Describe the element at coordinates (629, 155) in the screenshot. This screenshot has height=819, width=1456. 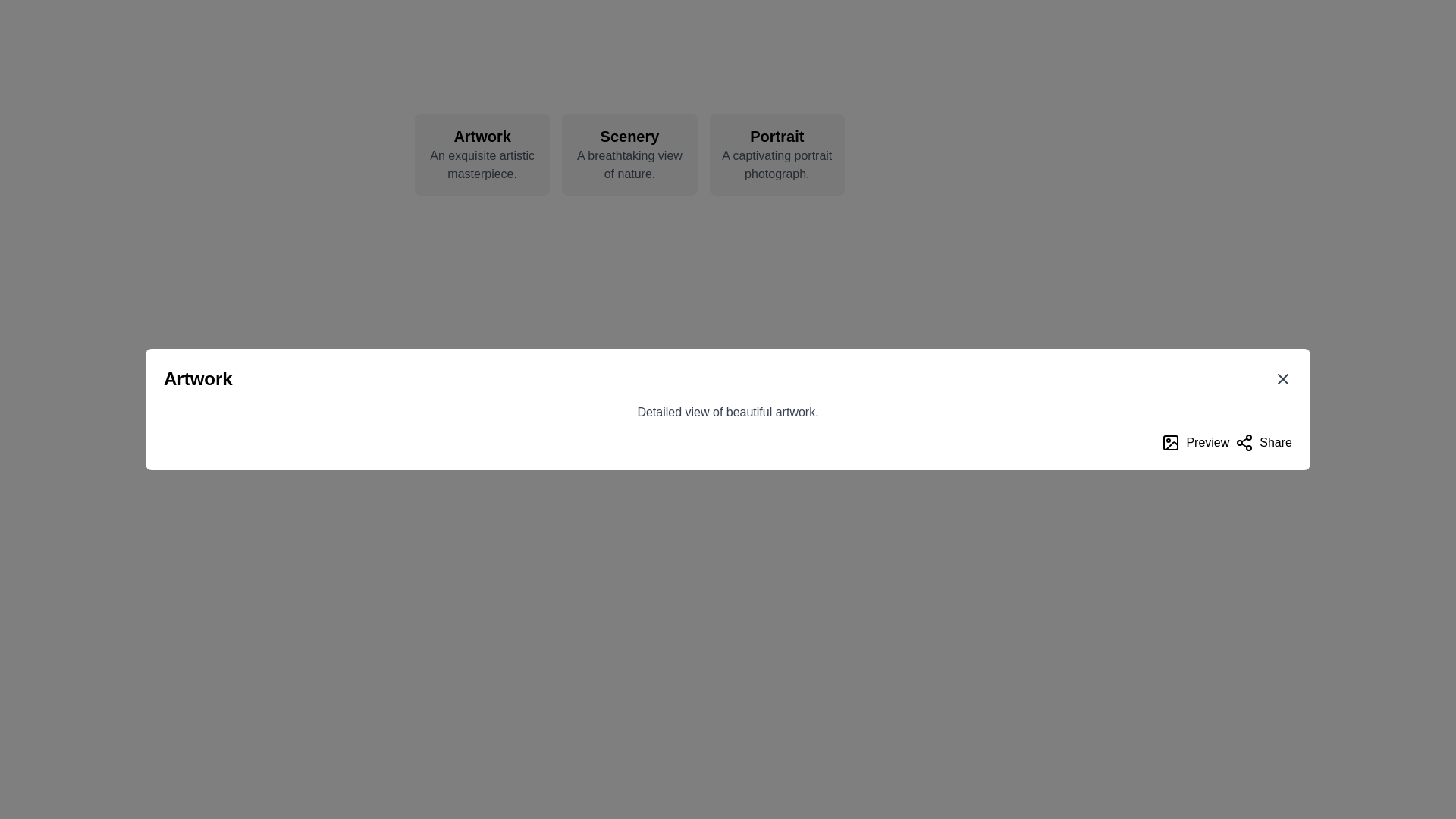
I see `the Interactive Card positioned between the 'Artwork' and 'Portrait' elements in the three-column grid layout` at that location.